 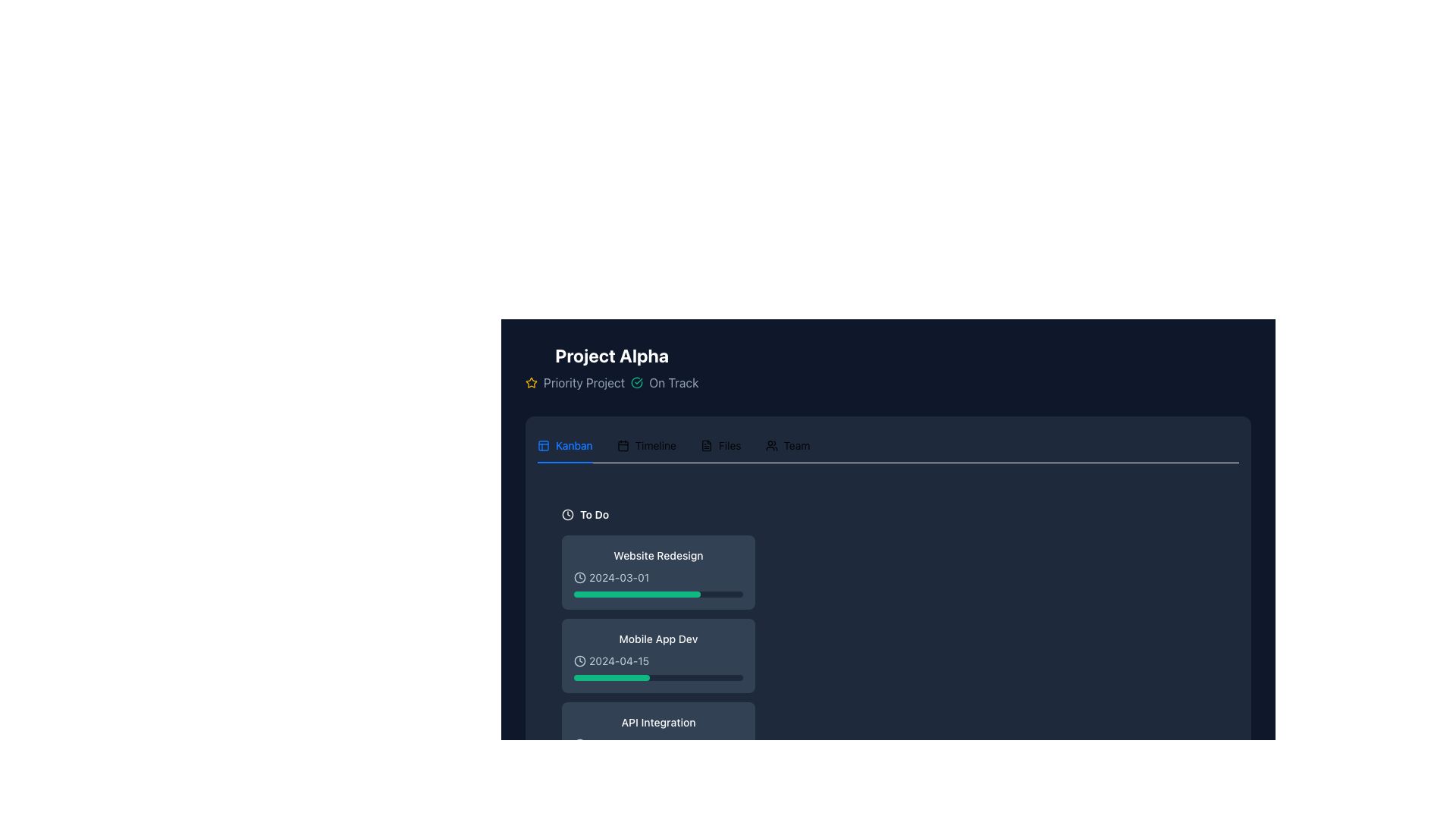 I want to click on the Task Card labeled 'API Integration', so click(x=658, y=739).